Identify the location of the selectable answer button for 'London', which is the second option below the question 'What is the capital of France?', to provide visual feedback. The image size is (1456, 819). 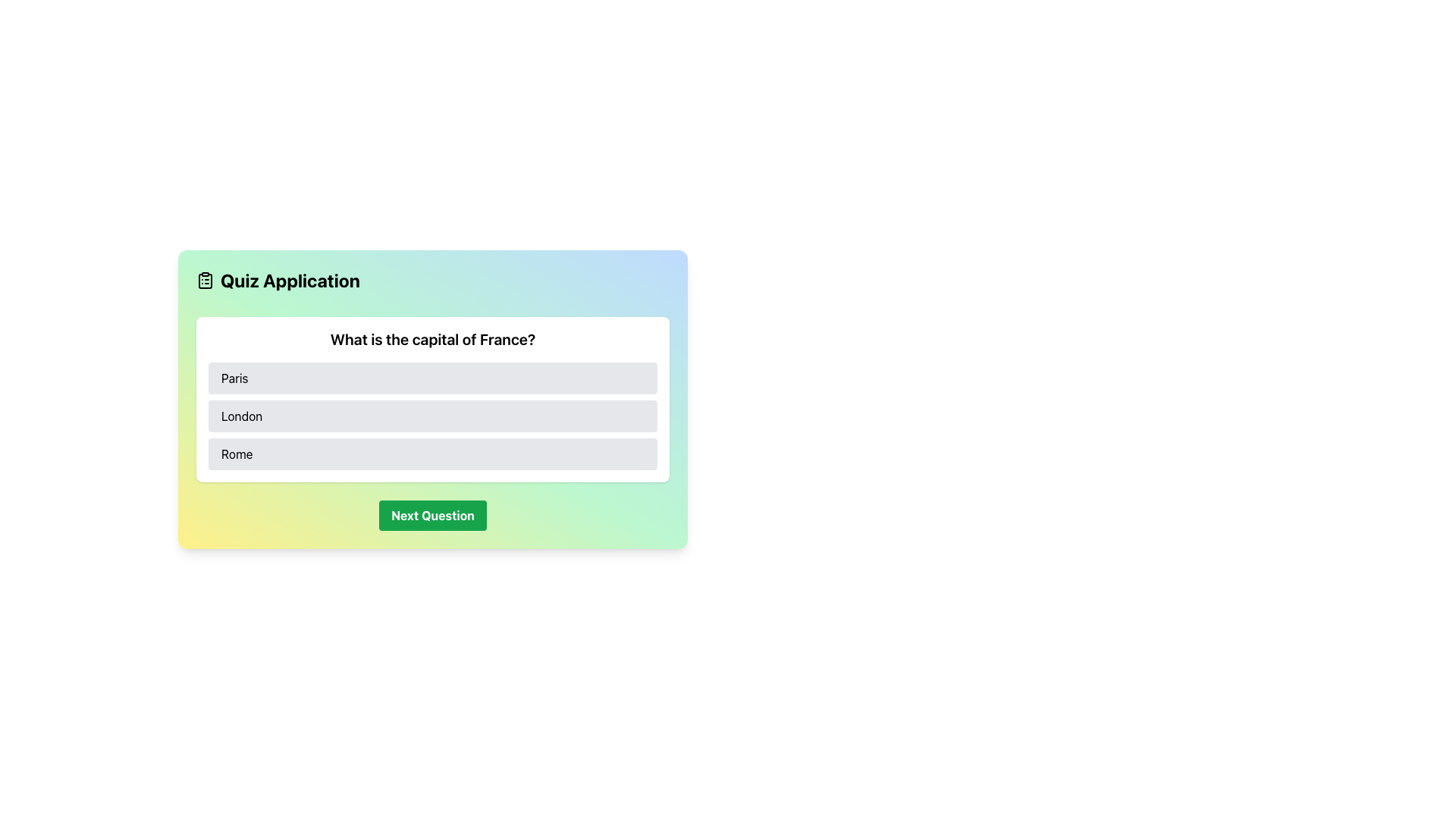
(432, 424).